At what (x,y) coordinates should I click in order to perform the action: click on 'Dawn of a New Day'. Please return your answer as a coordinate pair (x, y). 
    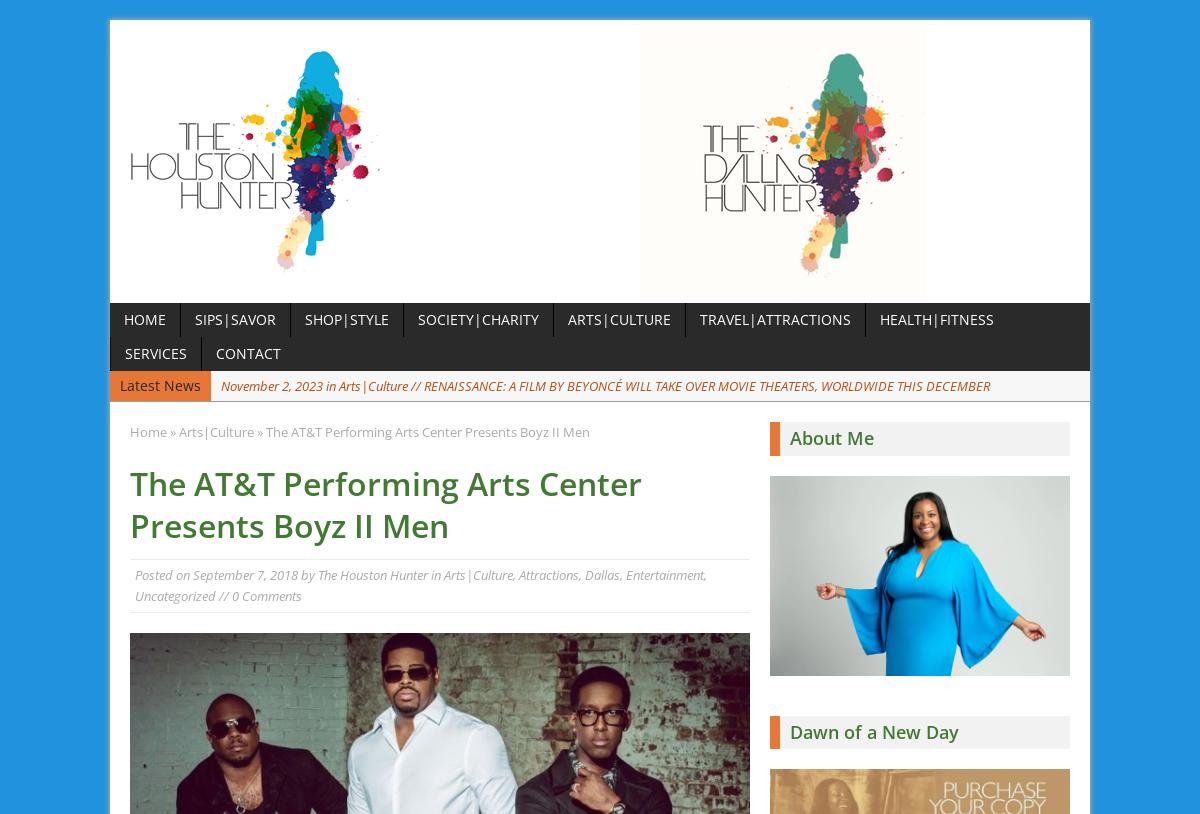
    Looking at the image, I should click on (873, 730).